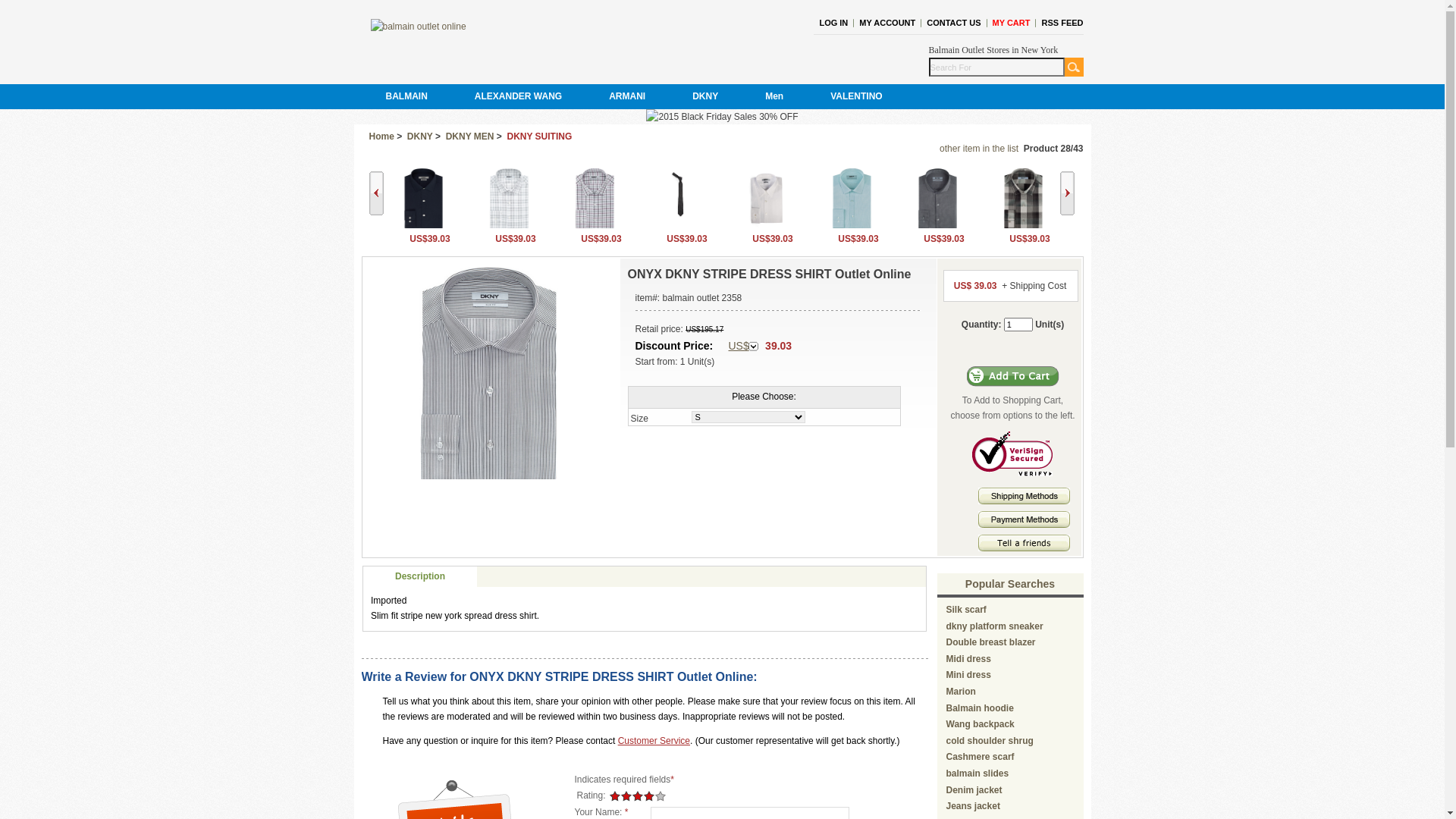 The image size is (1456, 819). What do you see at coordinates (980, 723) in the screenshot?
I see `'Wang backpack'` at bounding box center [980, 723].